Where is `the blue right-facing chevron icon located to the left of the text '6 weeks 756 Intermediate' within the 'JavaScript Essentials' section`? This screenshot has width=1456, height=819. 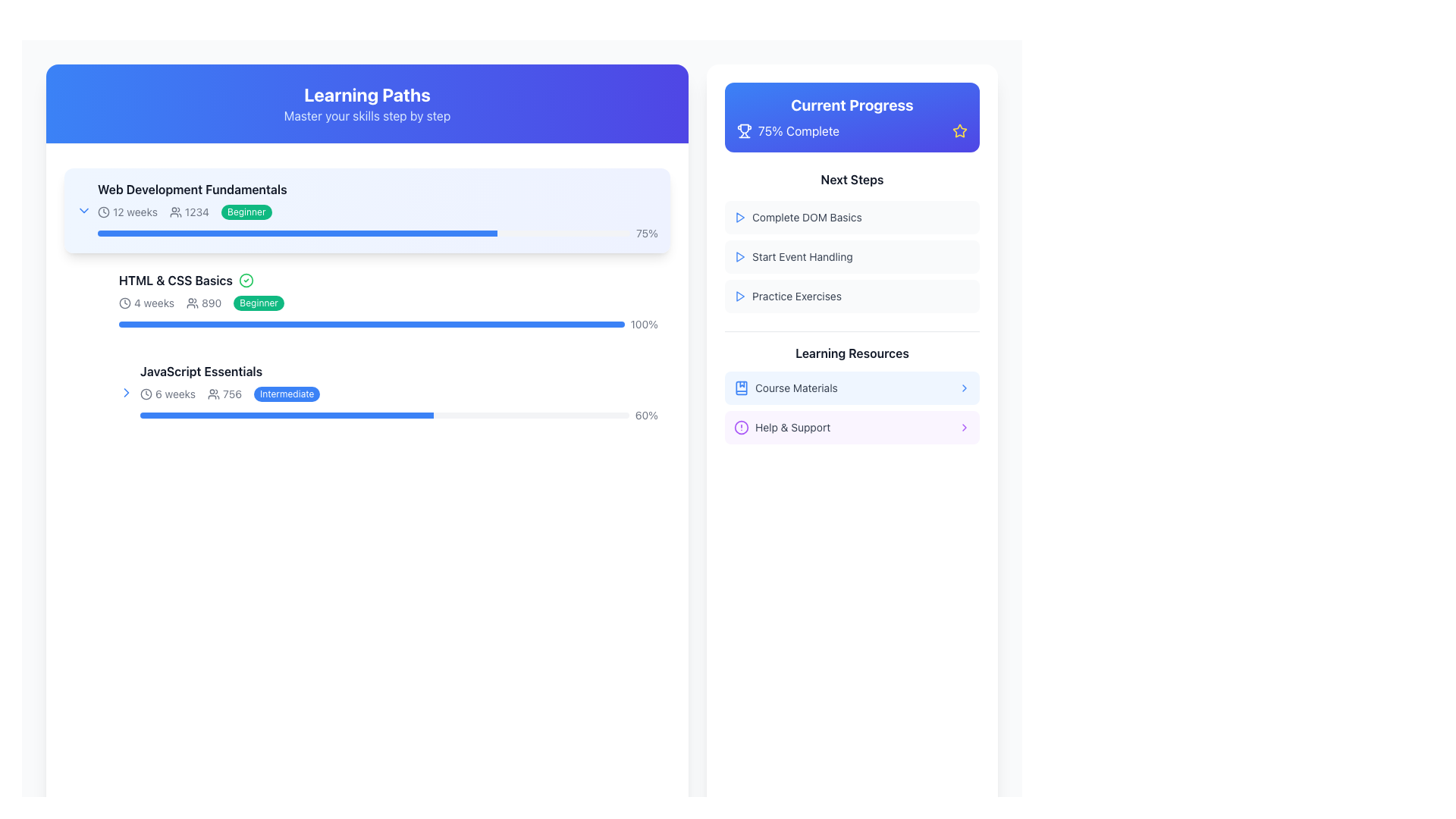
the blue right-facing chevron icon located to the left of the text '6 weeks 756 Intermediate' within the 'JavaScript Essentials' section is located at coordinates (127, 391).